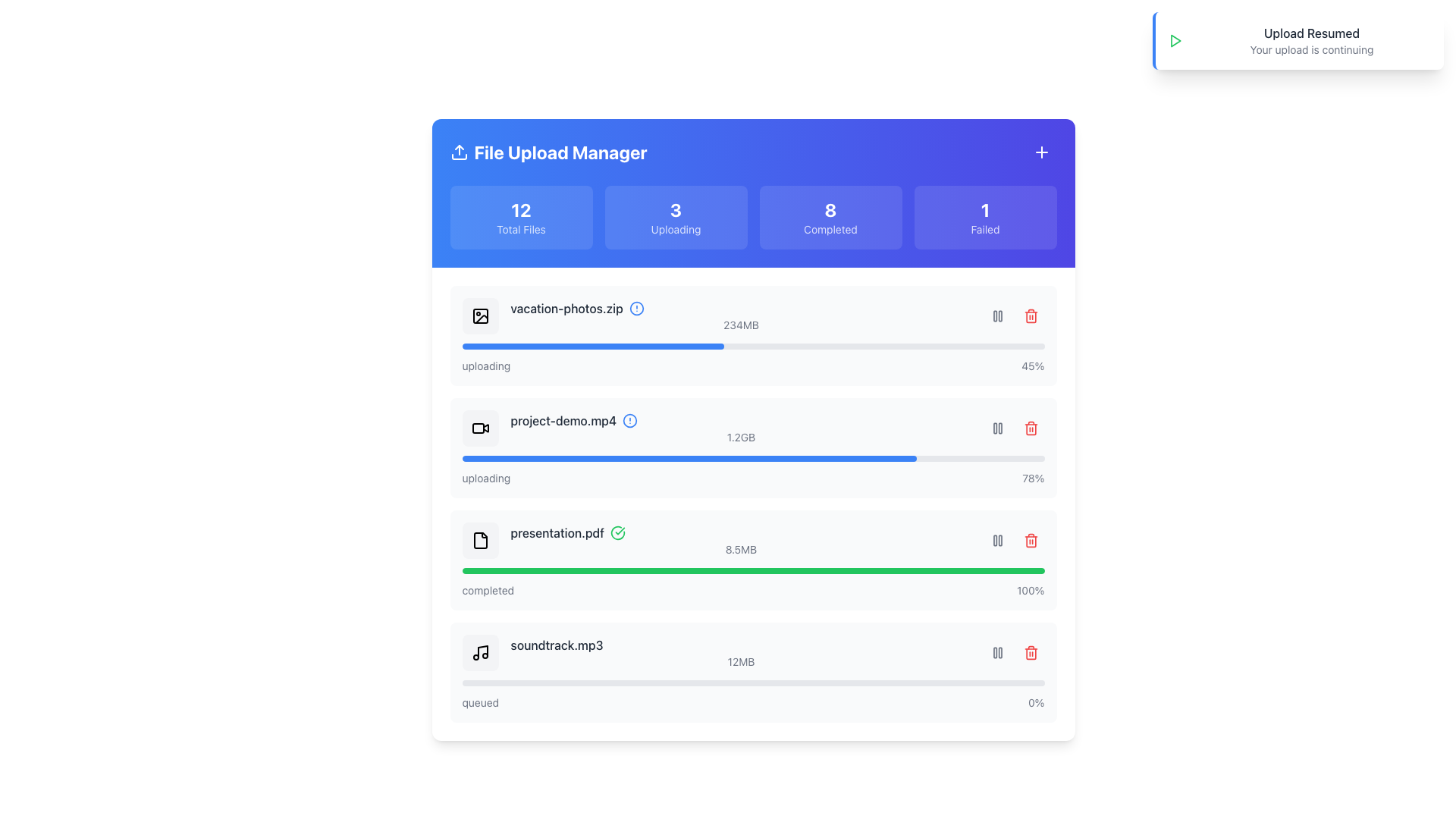 The image size is (1456, 819). What do you see at coordinates (479, 540) in the screenshot?
I see `the file icon representing 'presentation.pdf' in the file upload manager` at bounding box center [479, 540].